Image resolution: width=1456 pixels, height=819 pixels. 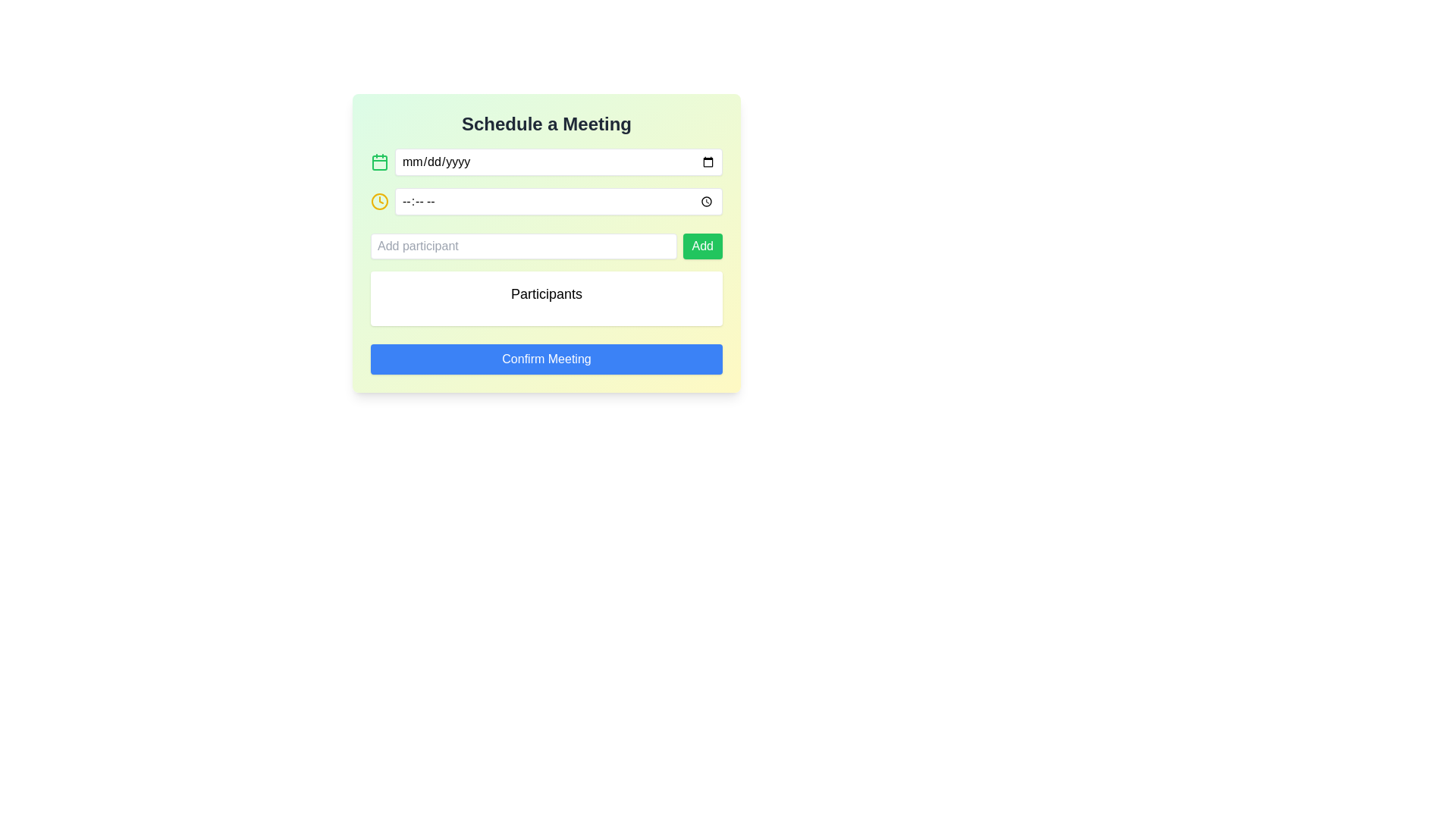 What do you see at coordinates (546, 162) in the screenshot?
I see `the date input field located in the Schedule a Meeting section to open the date picker` at bounding box center [546, 162].